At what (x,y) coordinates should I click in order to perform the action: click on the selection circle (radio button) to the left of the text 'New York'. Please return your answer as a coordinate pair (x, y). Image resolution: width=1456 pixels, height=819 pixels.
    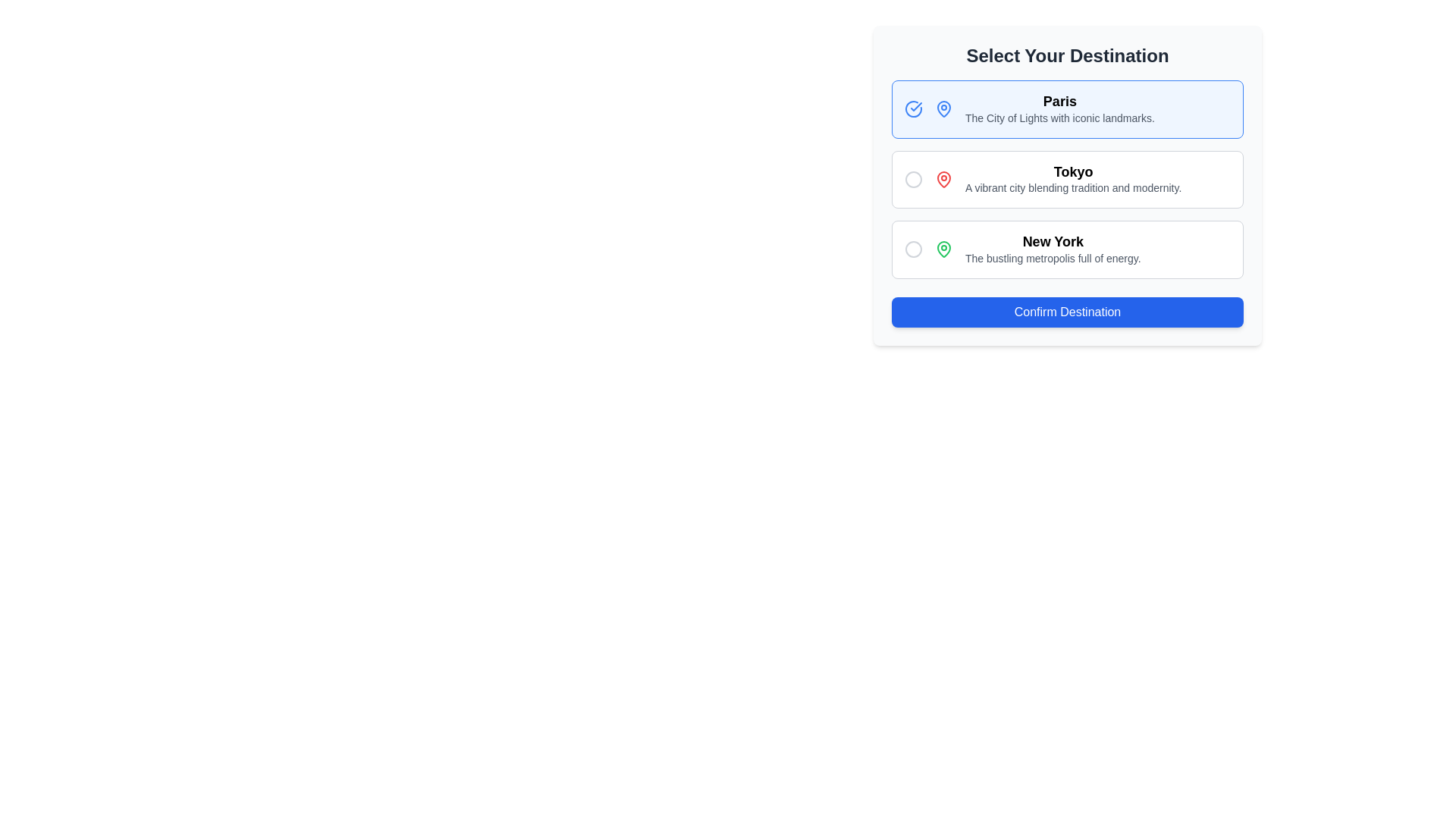
    Looking at the image, I should click on (912, 248).